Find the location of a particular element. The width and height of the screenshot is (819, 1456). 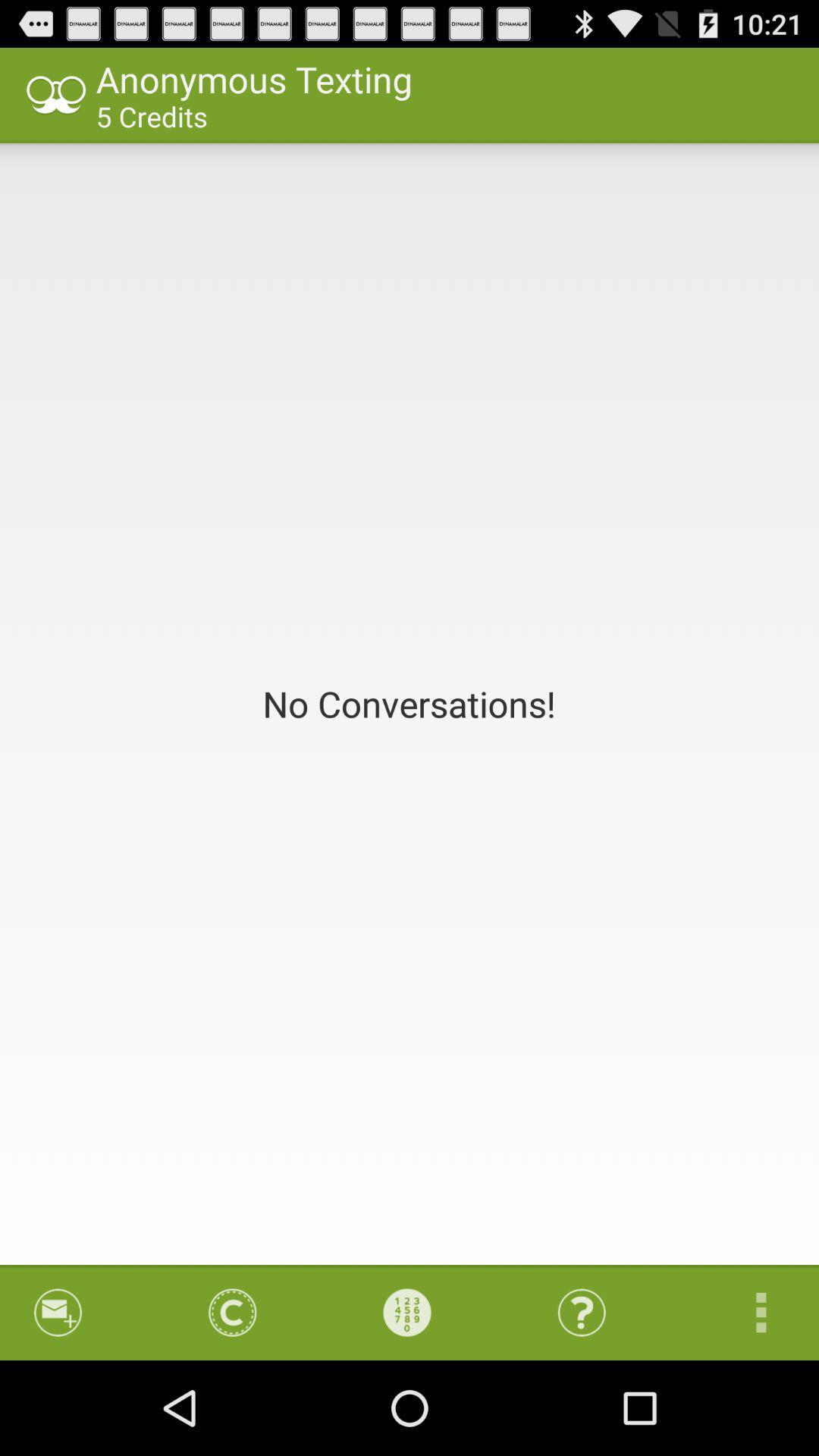

the item below the 5 credits is located at coordinates (409, 703).